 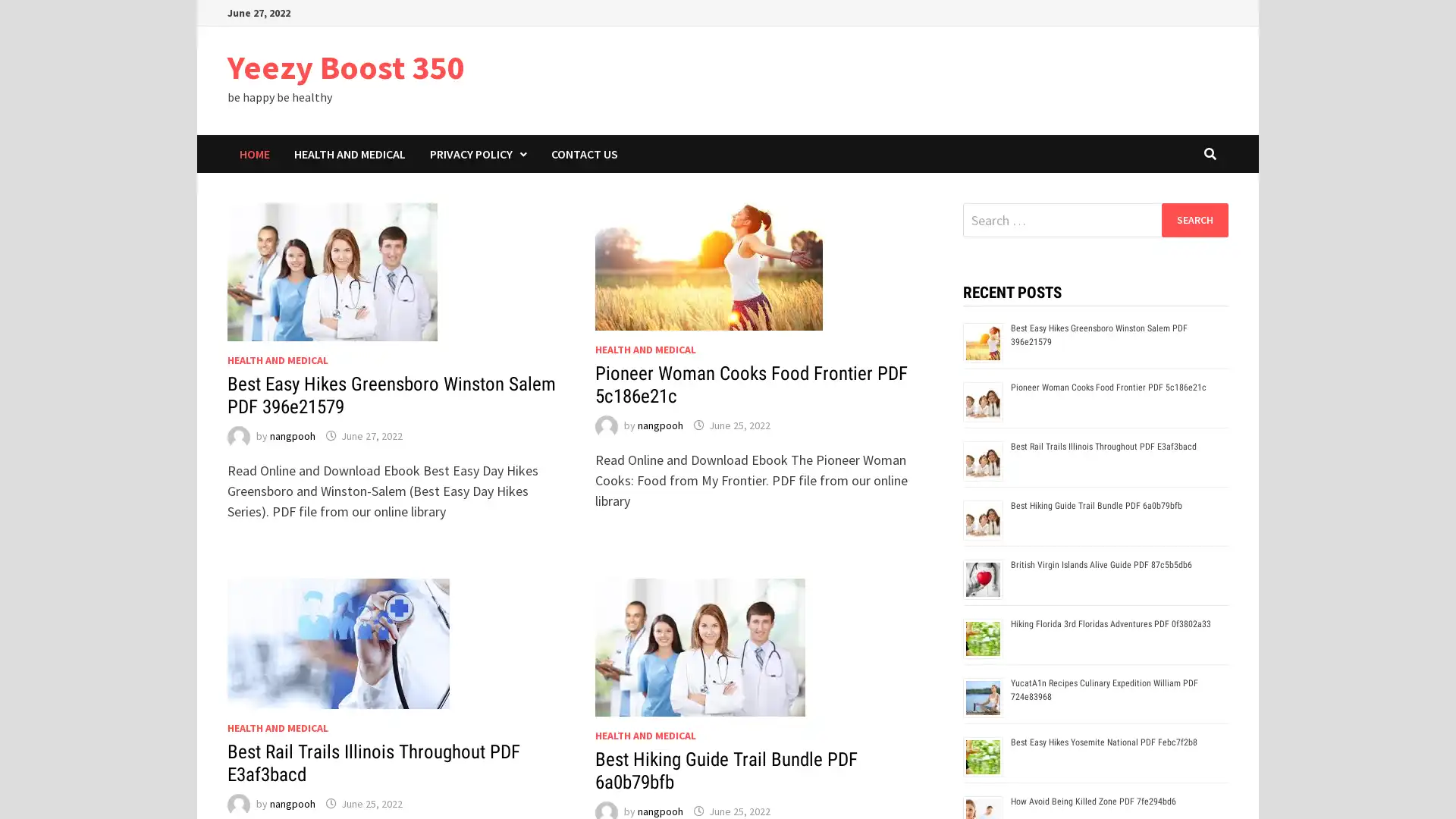 I want to click on Search, so click(x=1194, y=219).